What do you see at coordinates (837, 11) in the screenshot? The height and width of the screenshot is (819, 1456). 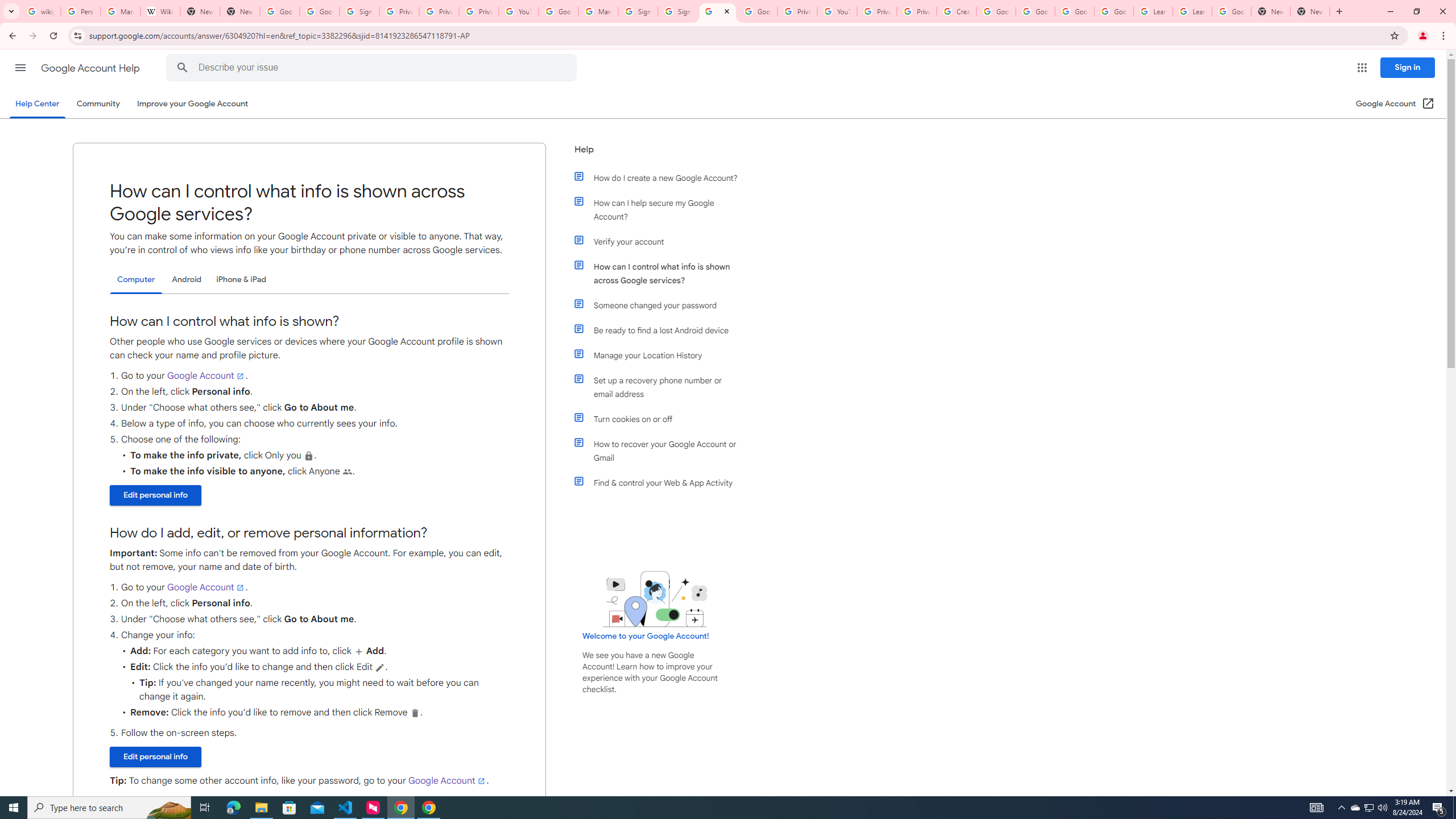 I see `'YouTube'` at bounding box center [837, 11].